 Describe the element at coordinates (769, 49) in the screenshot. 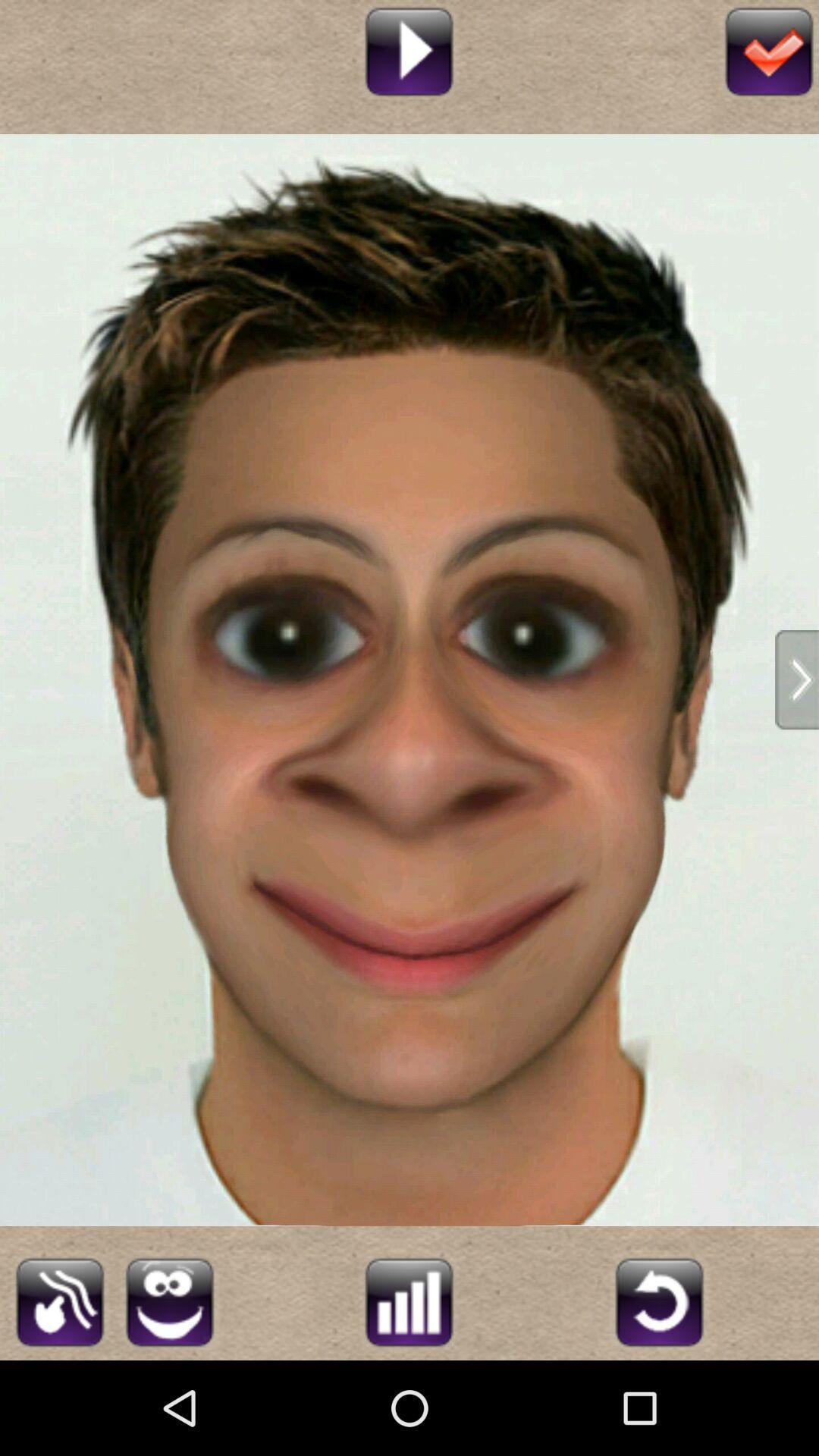

I see `finish the editing` at that location.